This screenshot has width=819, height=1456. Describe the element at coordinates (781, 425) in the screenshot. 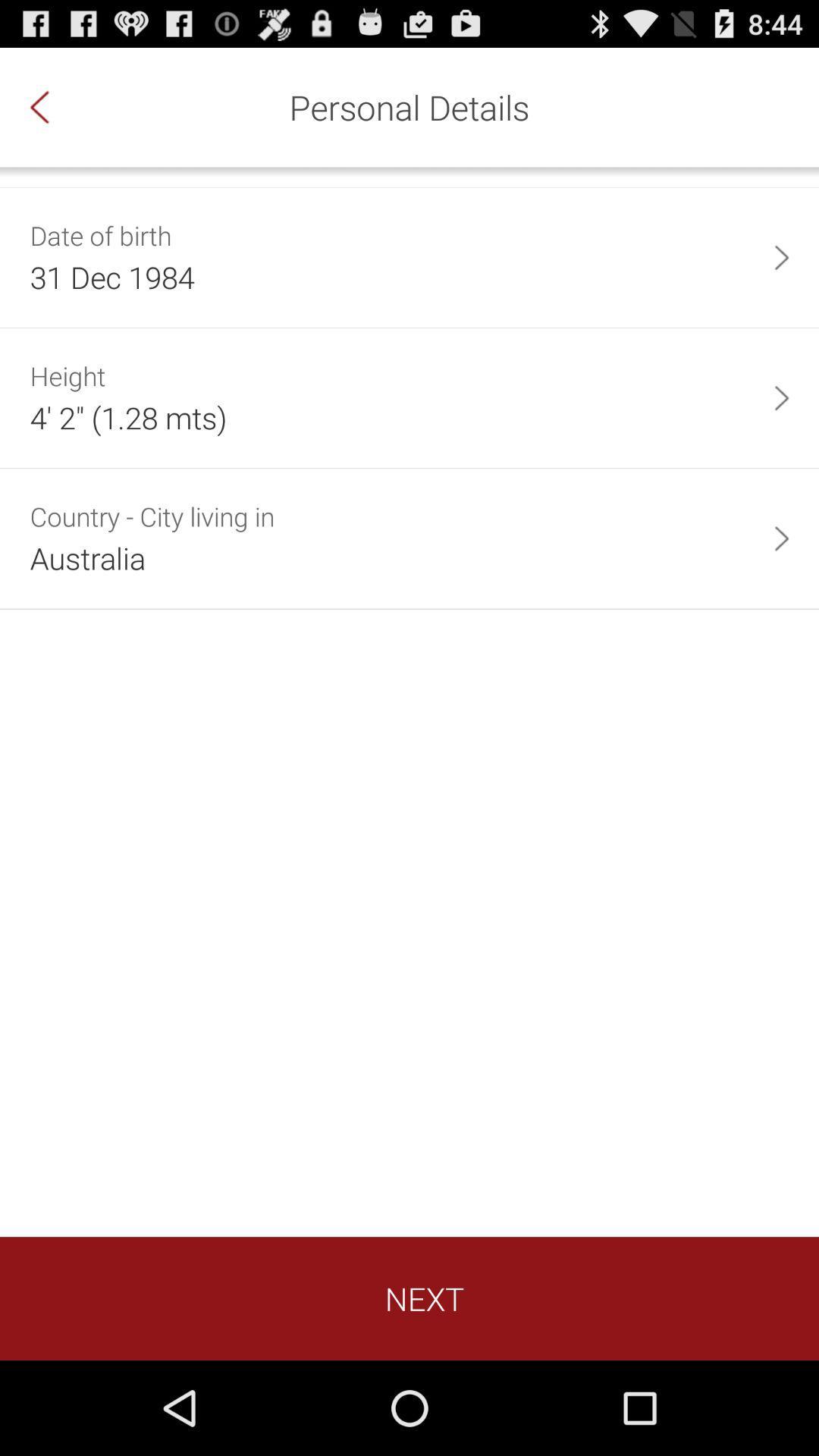

I see `the play icon` at that location.